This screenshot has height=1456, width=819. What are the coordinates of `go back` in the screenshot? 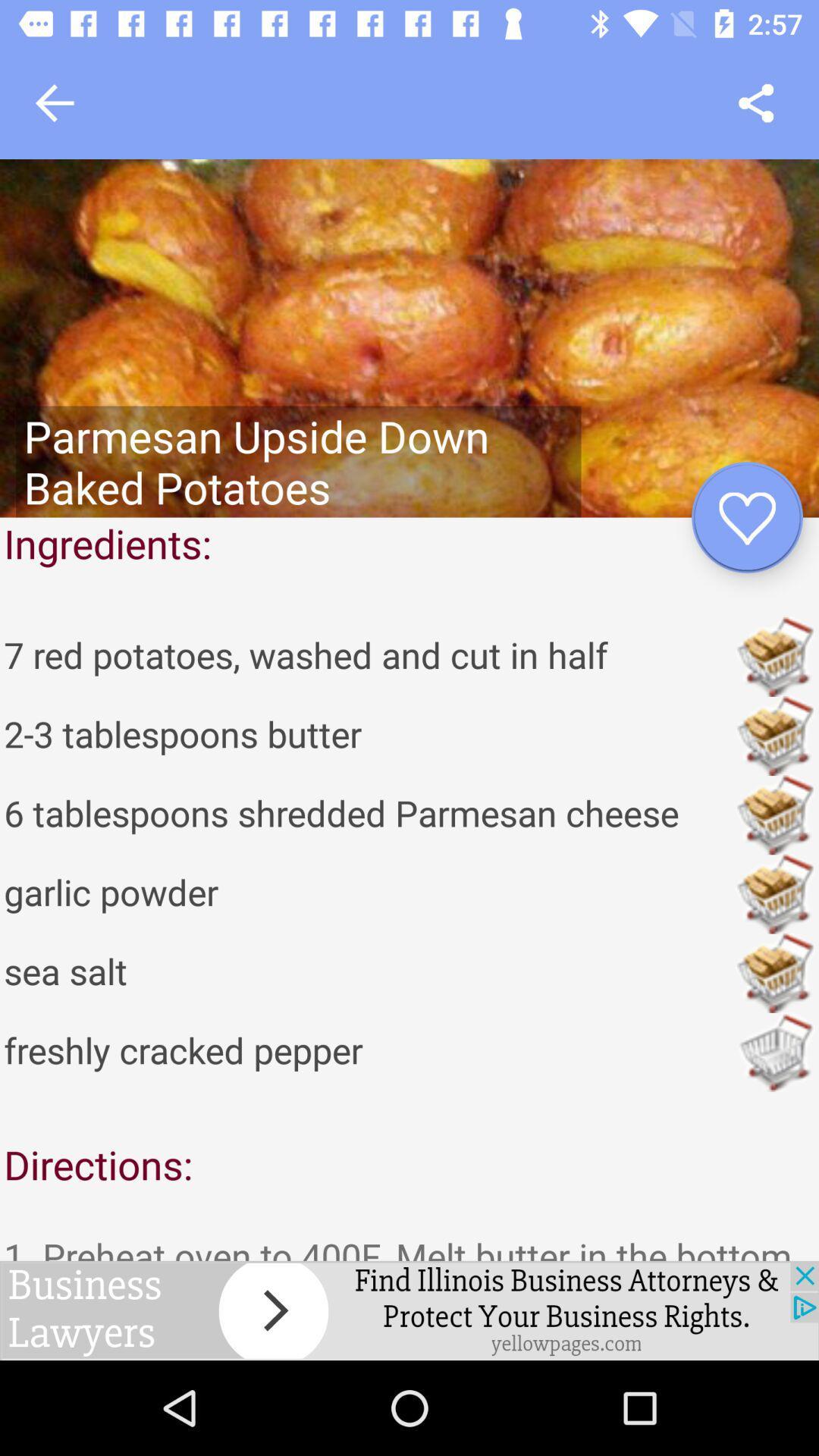 It's located at (54, 102).